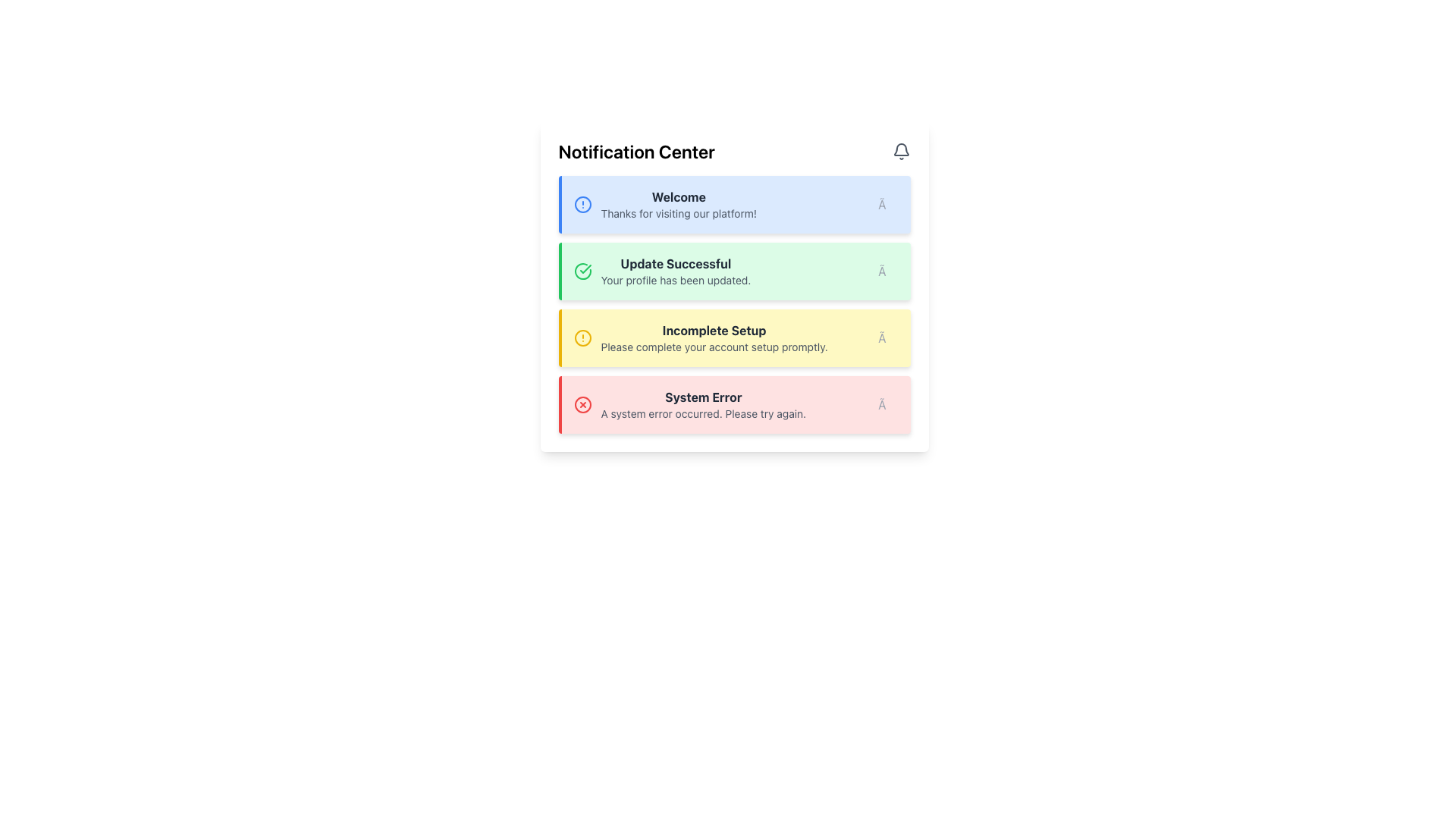  What do you see at coordinates (888, 205) in the screenshot?
I see `the close button located at the right edge of the notification box that starts with 'Welcome' and contains the message 'Thanks for visiting our platform!'` at bounding box center [888, 205].